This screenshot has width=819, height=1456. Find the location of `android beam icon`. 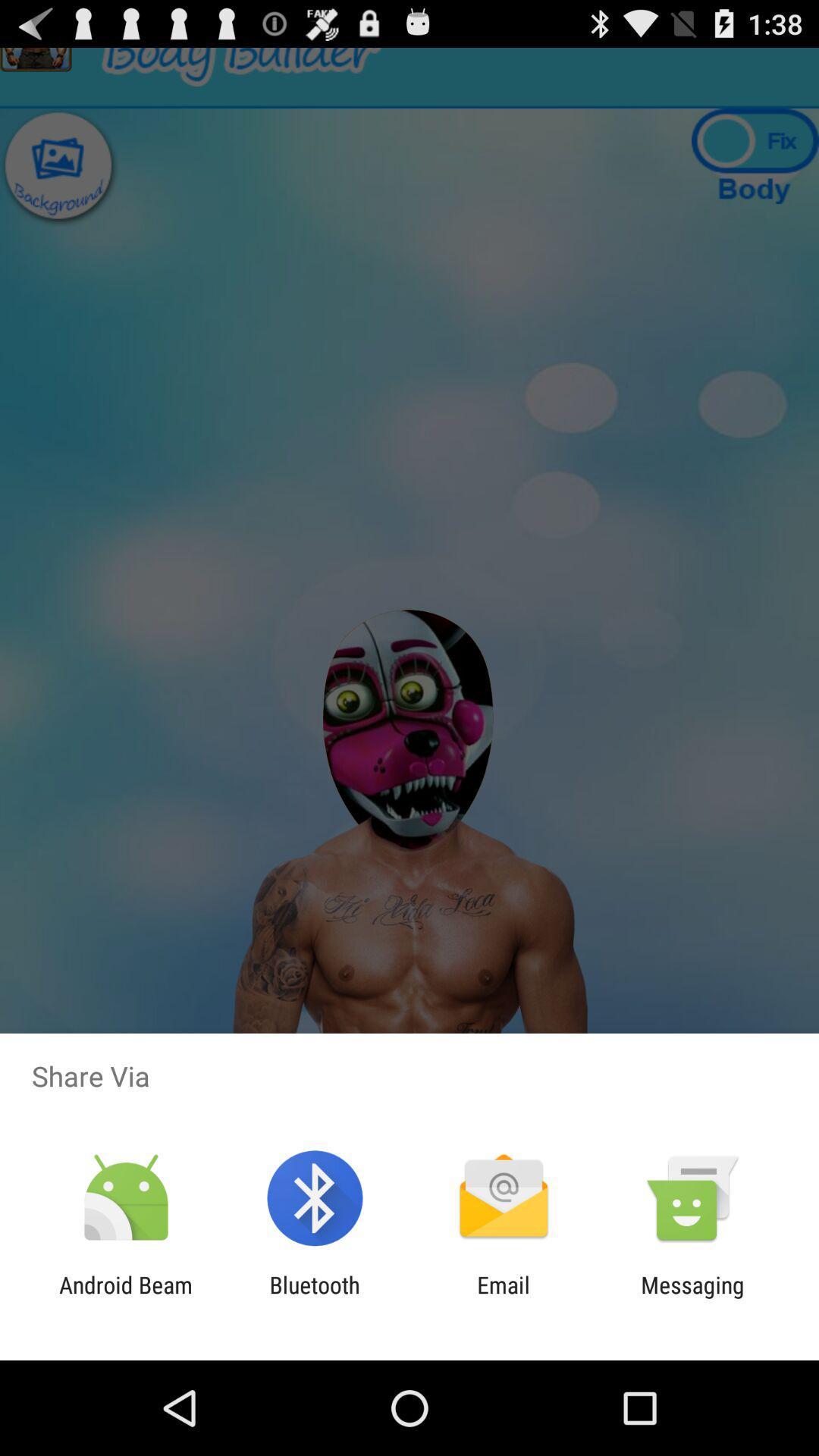

android beam icon is located at coordinates (125, 1298).